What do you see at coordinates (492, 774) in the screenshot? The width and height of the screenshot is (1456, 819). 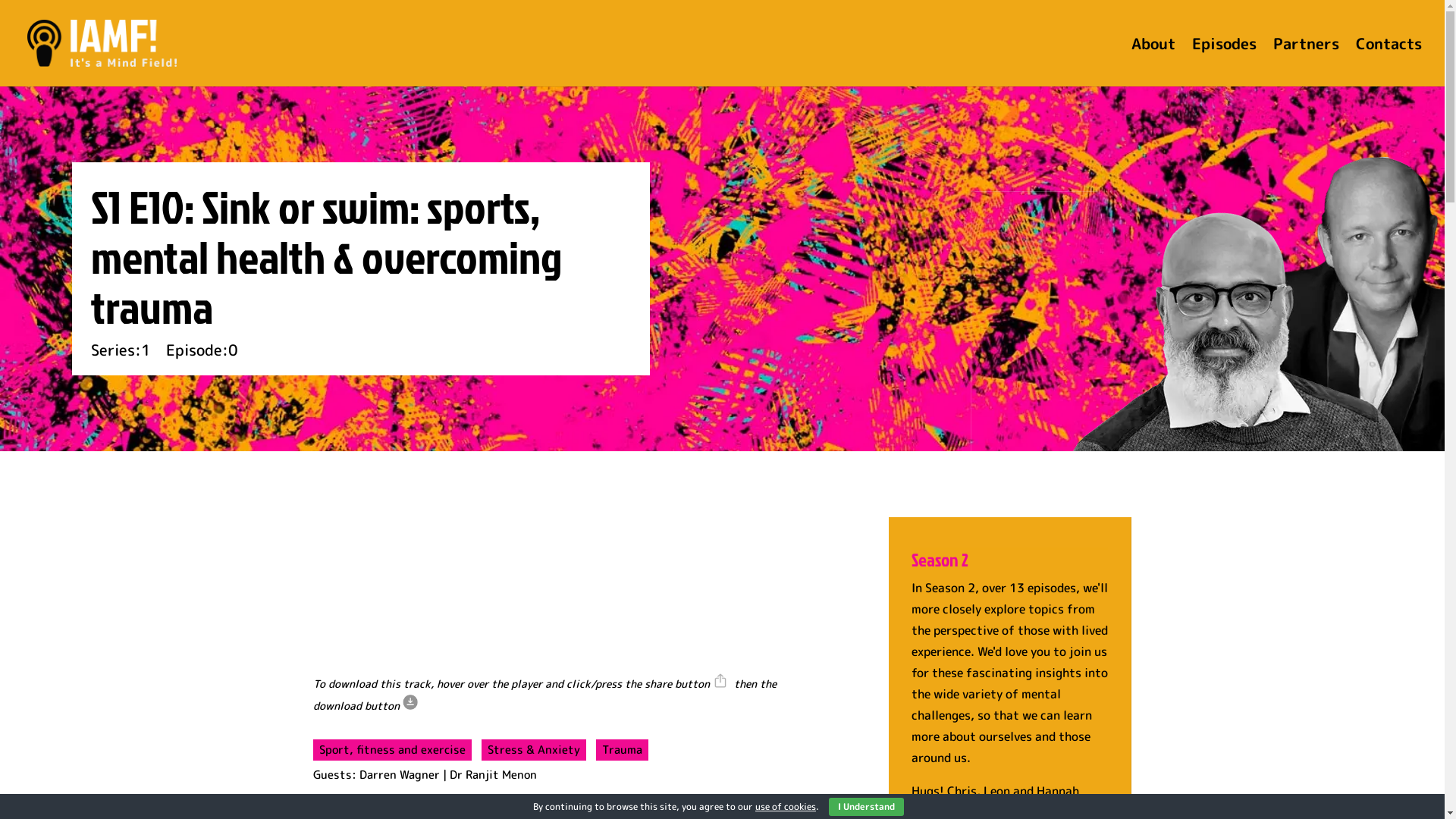 I see `'Dr Ranjit Menon'` at bounding box center [492, 774].